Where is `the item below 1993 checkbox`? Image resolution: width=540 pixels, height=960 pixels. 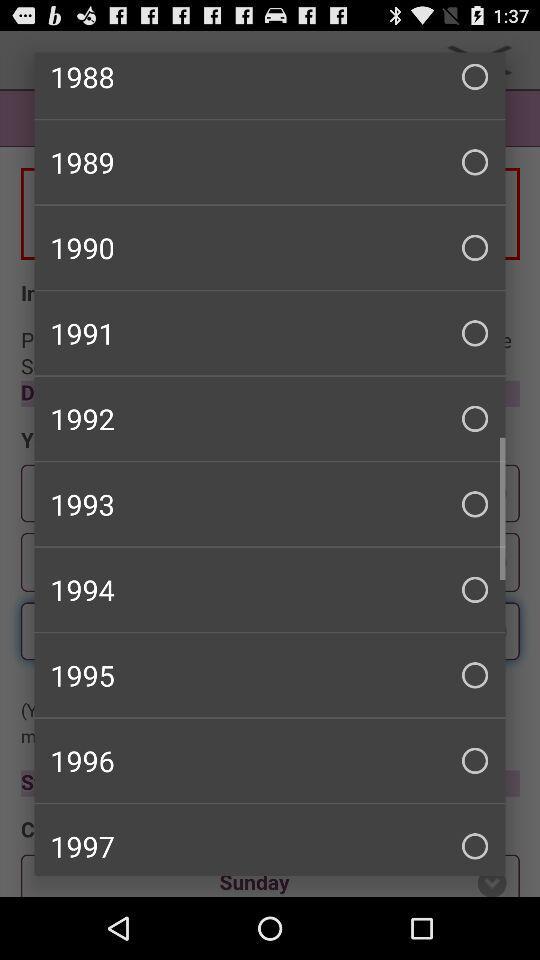
the item below 1993 checkbox is located at coordinates (270, 589).